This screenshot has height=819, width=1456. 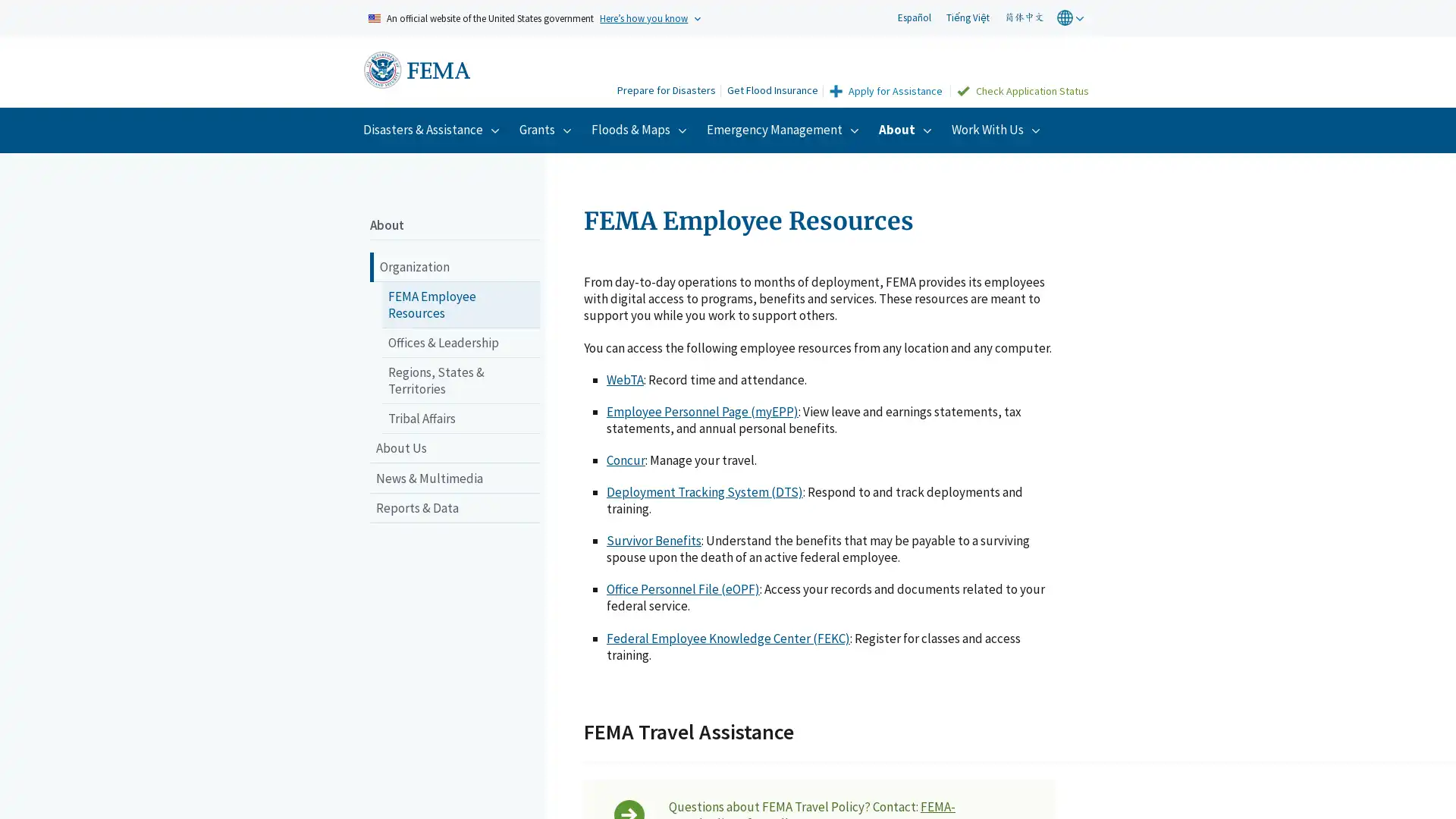 What do you see at coordinates (590, 73) in the screenshot?
I see `Search` at bounding box center [590, 73].